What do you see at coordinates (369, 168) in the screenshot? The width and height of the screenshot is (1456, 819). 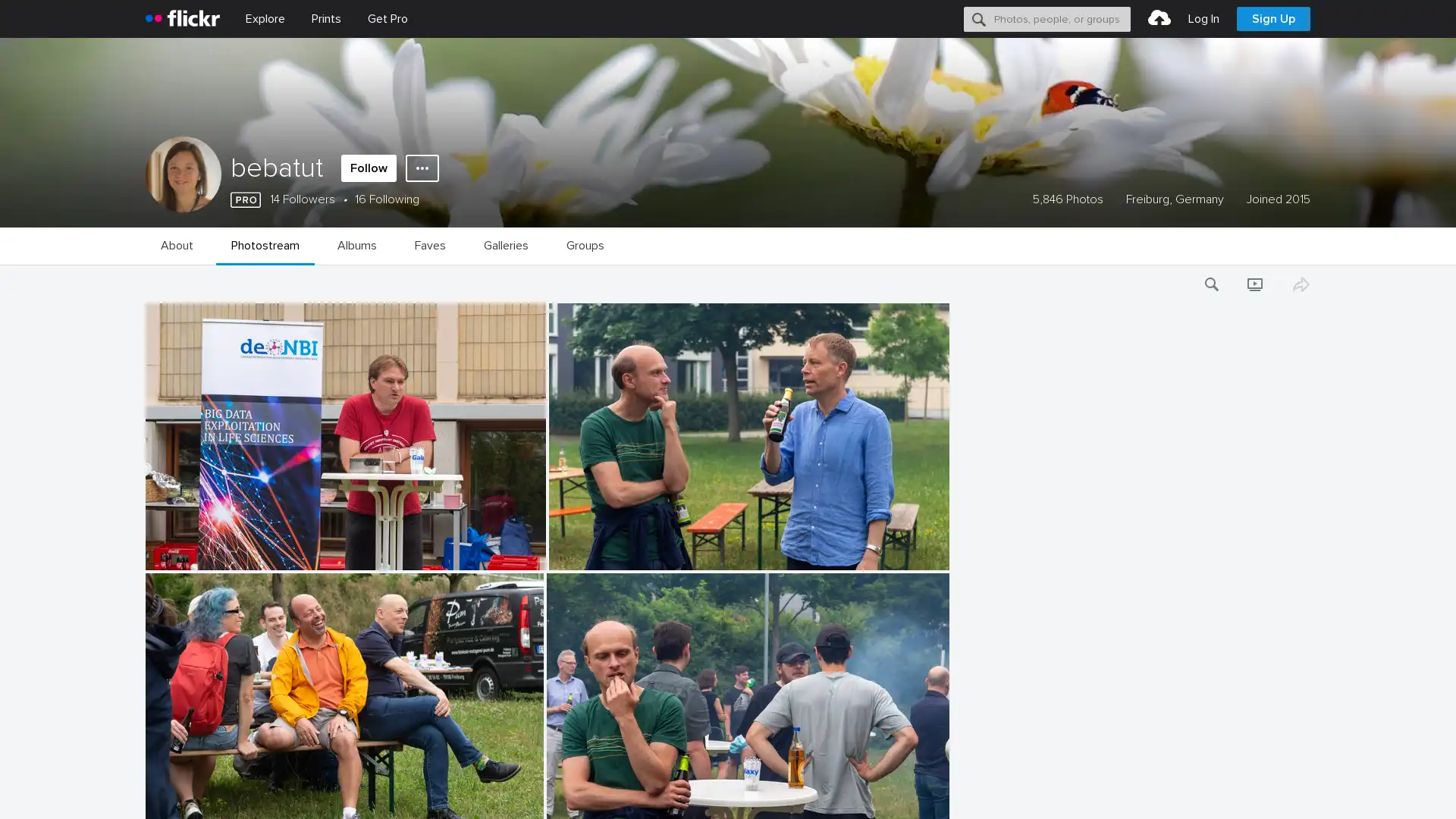 I see `Follow` at bounding box center [369, 168].